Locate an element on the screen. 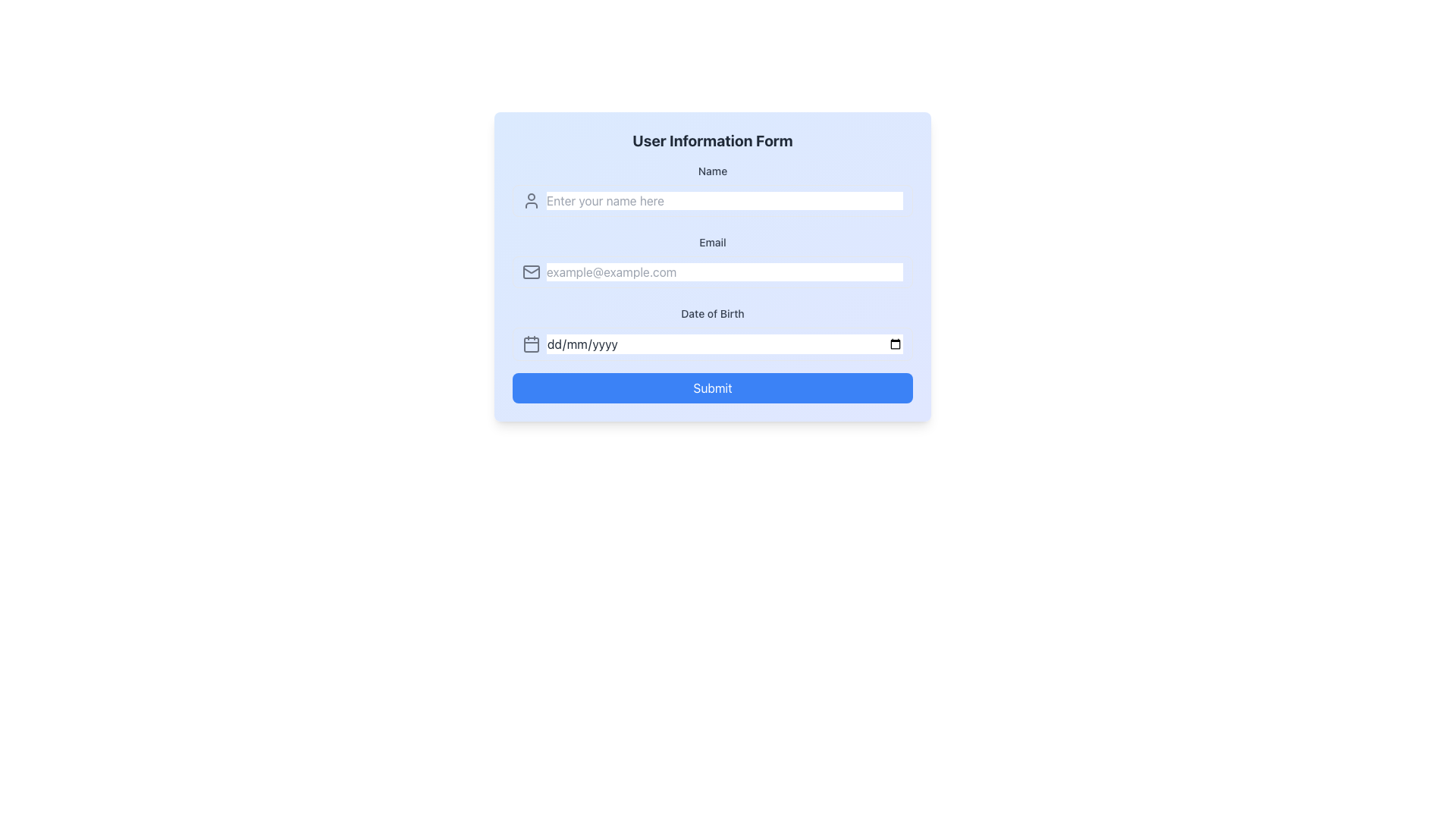 The height and width of the screenshot is (819, 1456). the graphical calendar icon with a gray outline, located to the left of the 'Date of Birth' input field is located at coordinates (531, 344).